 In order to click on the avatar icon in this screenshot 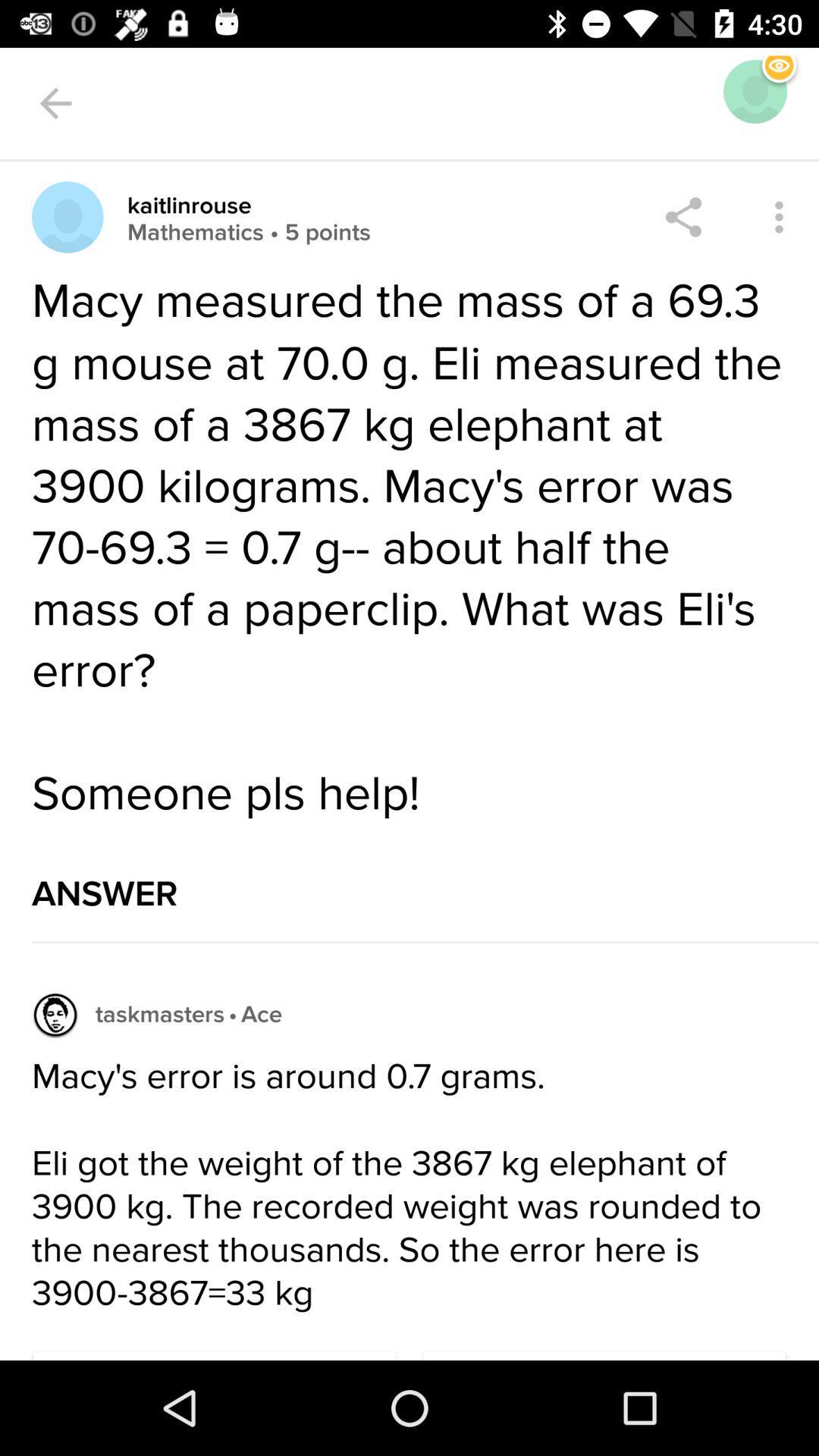, I will do `click(67, 216)`.